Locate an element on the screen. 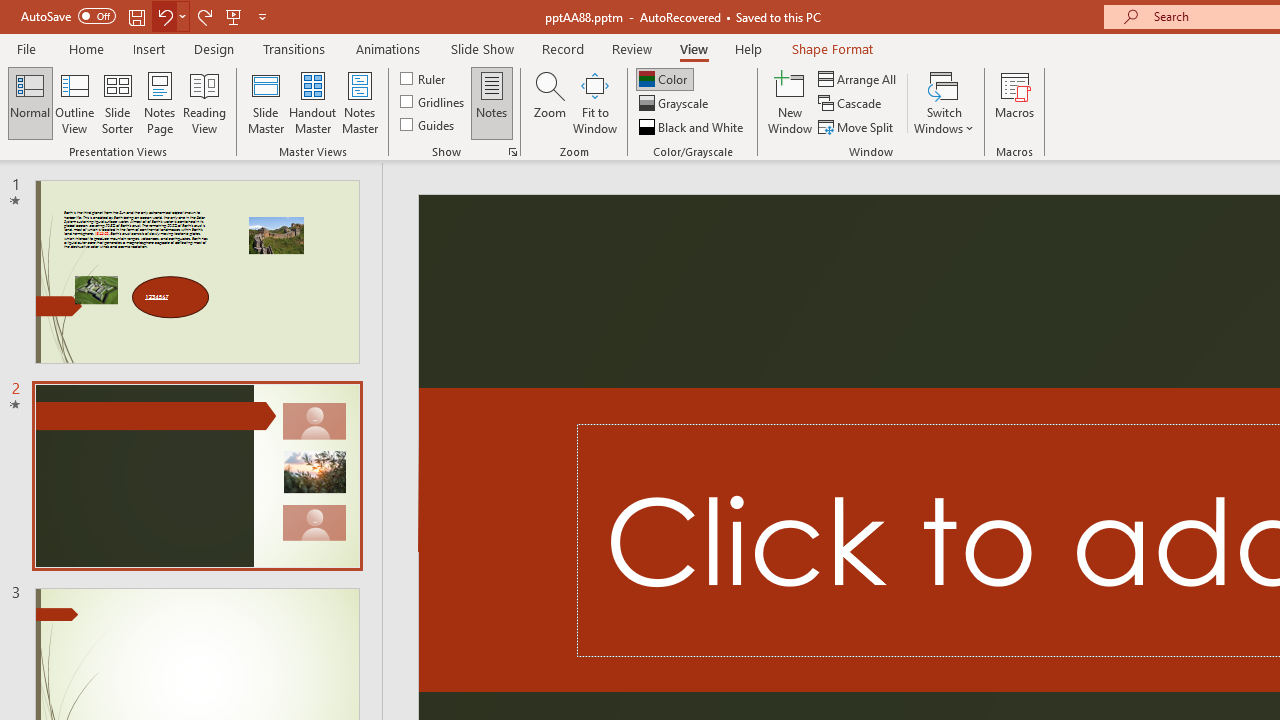 This screenshot has width=1280, height=720. 'Gridlines' is located at coordinates (432, 101).